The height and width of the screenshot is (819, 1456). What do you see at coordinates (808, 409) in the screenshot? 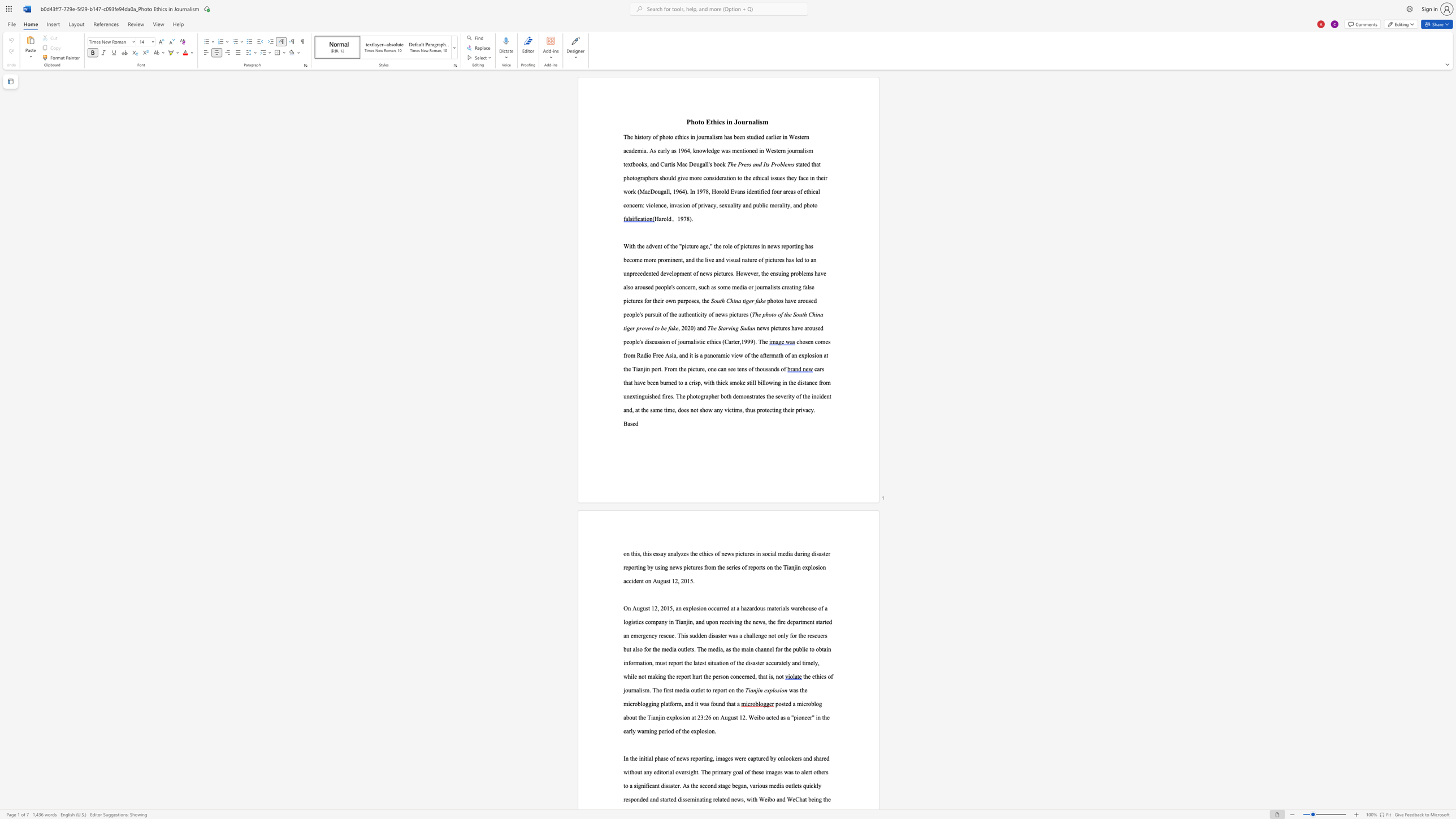
I see `the subset text "cy." within the text "the severity of the incident and, at the same time, does not show any victims, thus protecting their privacy."` at bounding box center [808, 409].